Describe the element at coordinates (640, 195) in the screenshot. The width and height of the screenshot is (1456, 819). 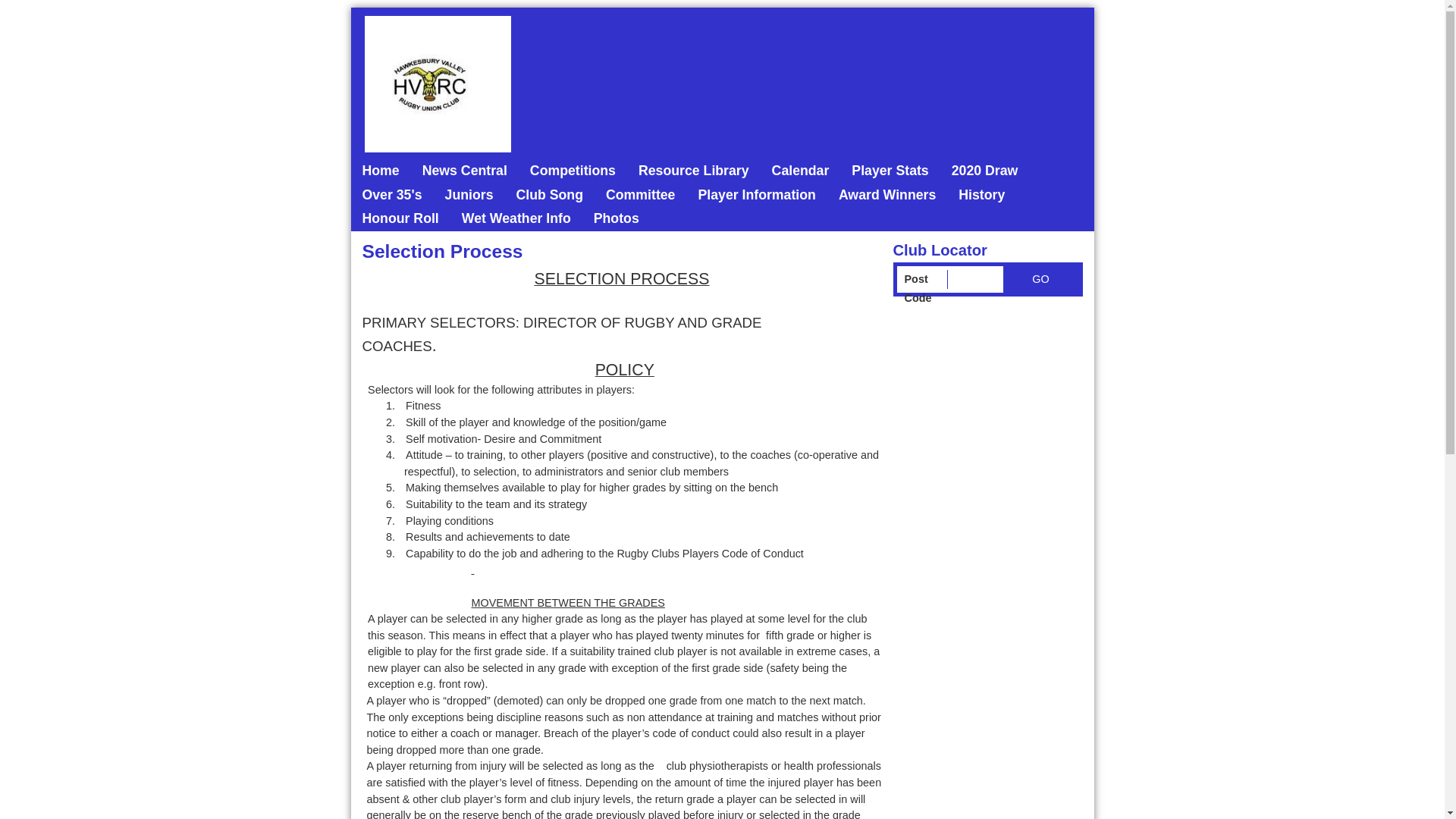
I see `'Committee'` at that location.